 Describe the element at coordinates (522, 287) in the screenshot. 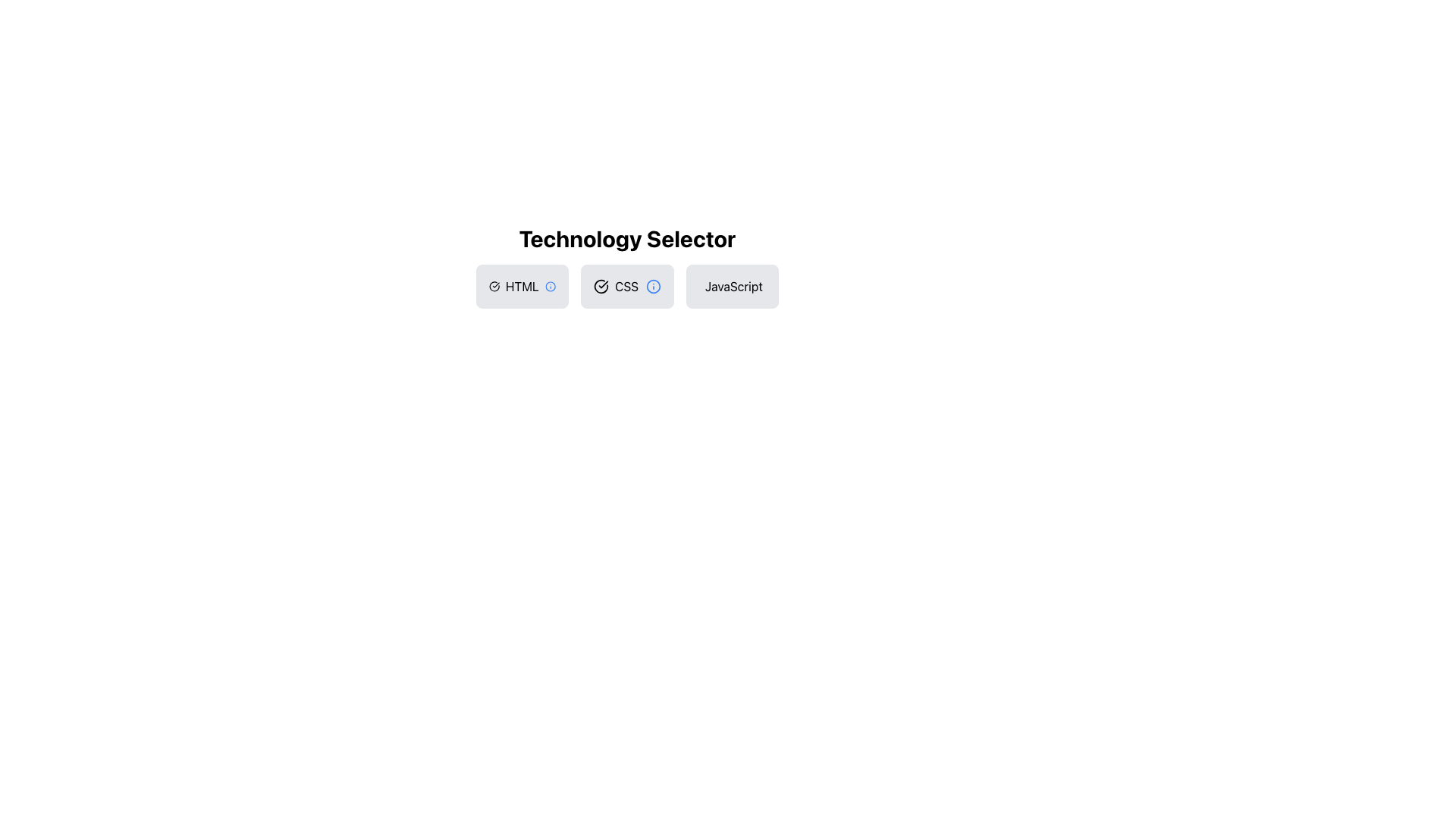

I see `the first button labeled 'HTML' located under the 'Technology Selector' heading` at that location.